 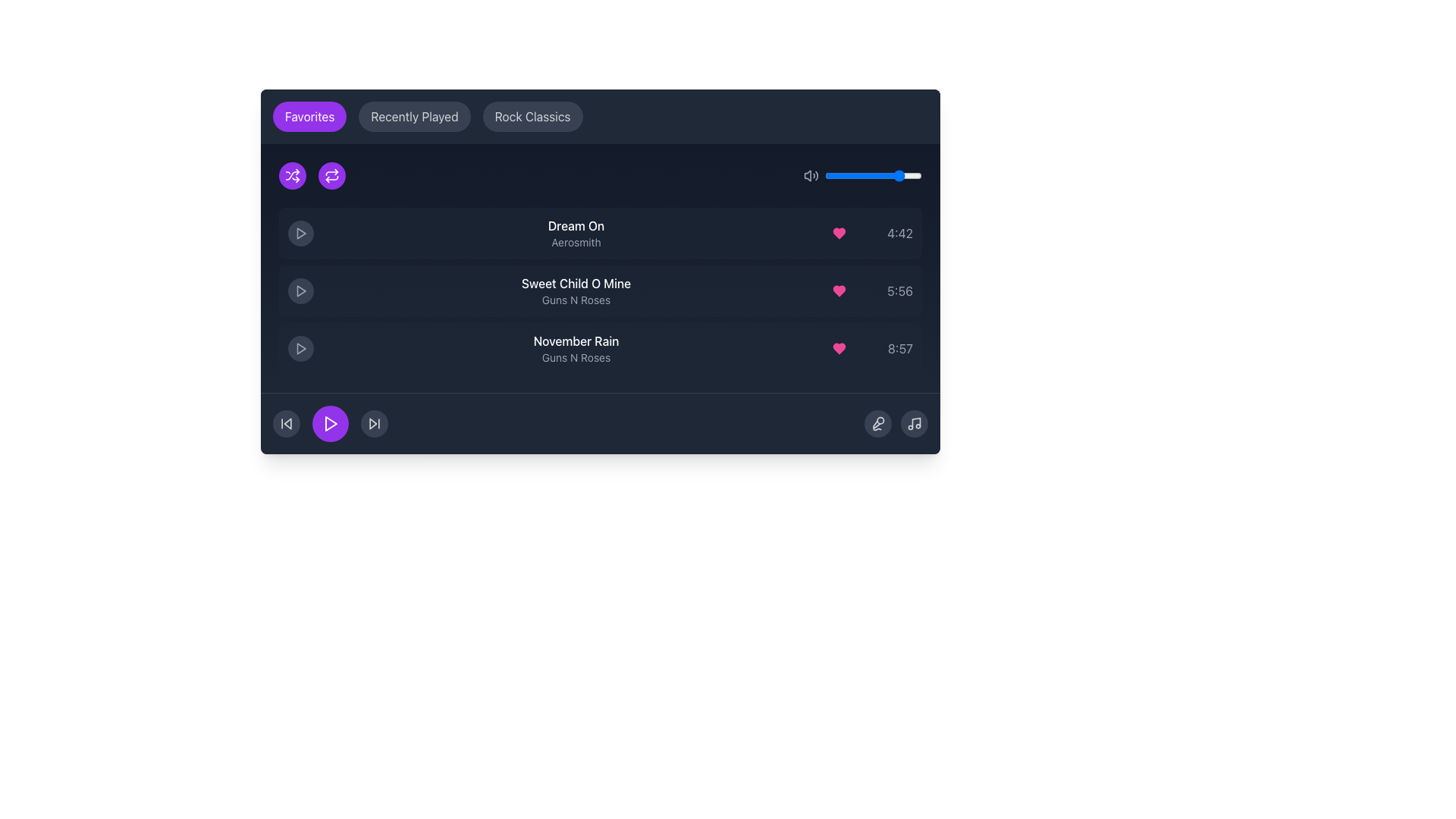 What do you see at coordinates (331, 174) in the screenshot?
I see `the circular repeat icon button with a white repeat symbol on a purple background` at bounding box center [331, 174].